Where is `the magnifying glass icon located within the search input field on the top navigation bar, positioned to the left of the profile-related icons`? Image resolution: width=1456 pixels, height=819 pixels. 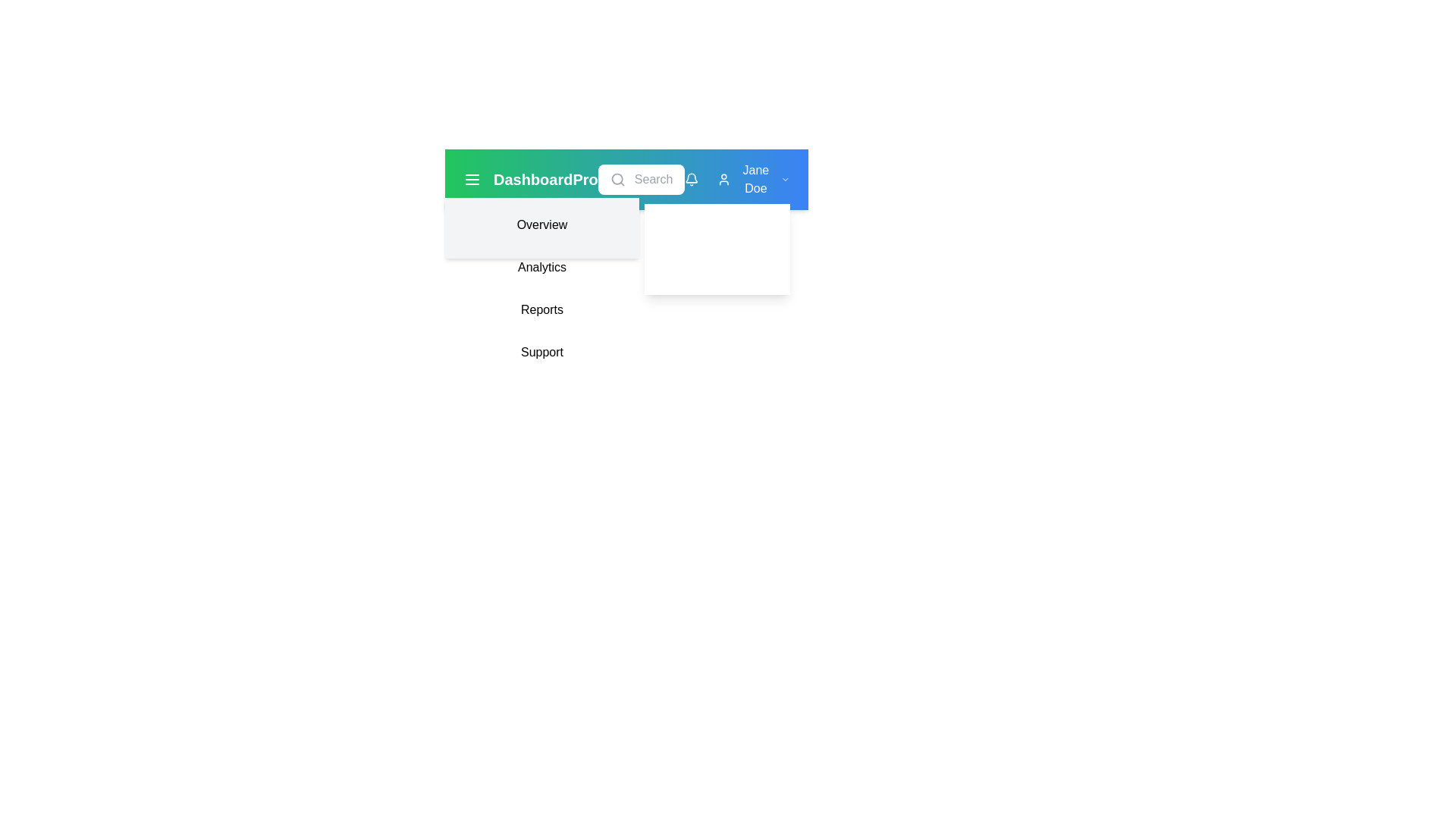
the magnifying glass icon located within the search input field on the top navigation bar, positioned to the left of the profile-related icons is located at coordinates (617, 178).